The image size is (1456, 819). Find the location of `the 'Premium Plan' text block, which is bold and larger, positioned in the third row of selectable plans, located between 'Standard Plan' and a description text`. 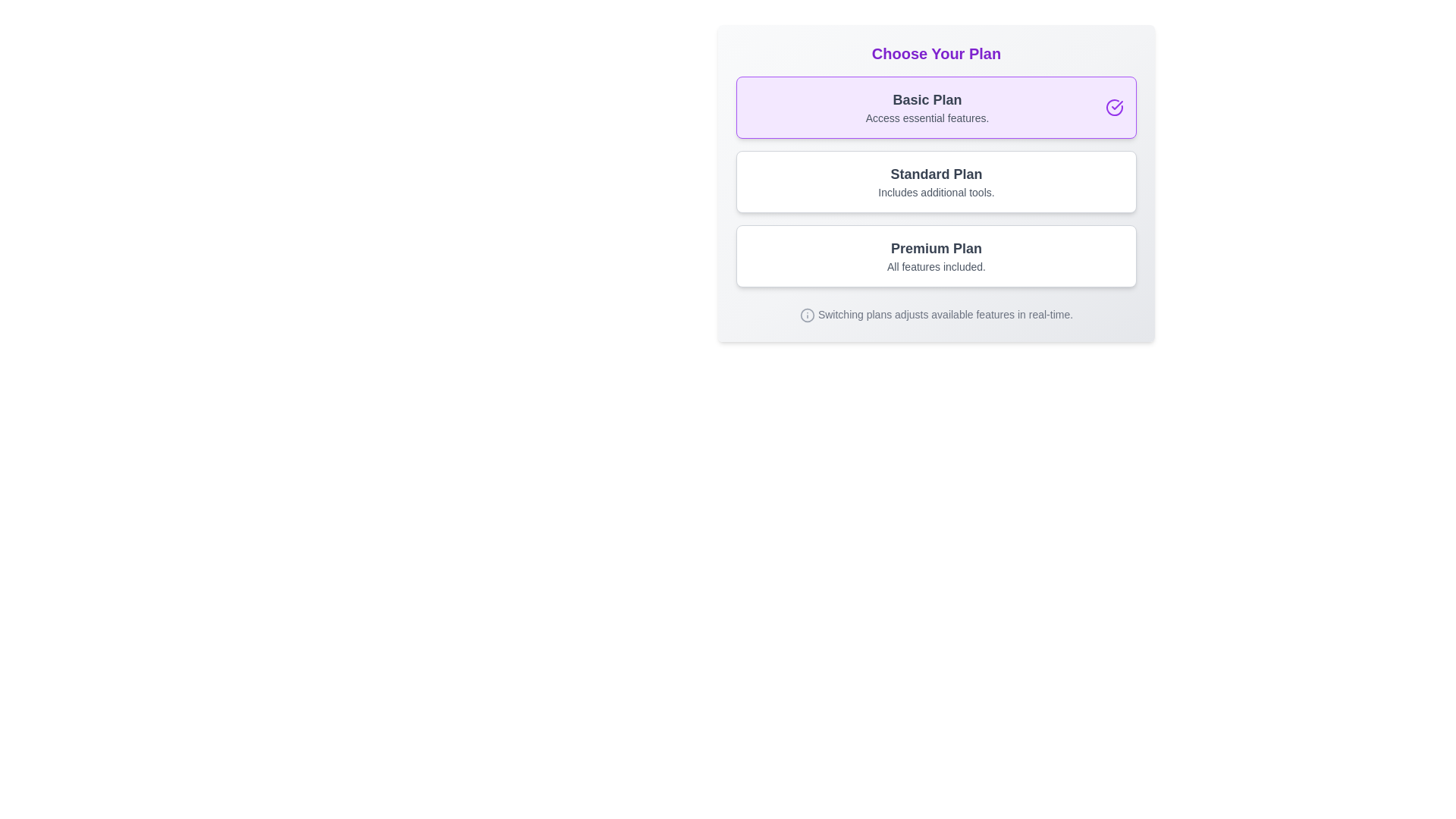

the 'Premium Plan' text block, which is bold and larger, positioned in the third row of selectable plans, located between 'Standard Plan' and a description text is located at coordinates (935, 256).